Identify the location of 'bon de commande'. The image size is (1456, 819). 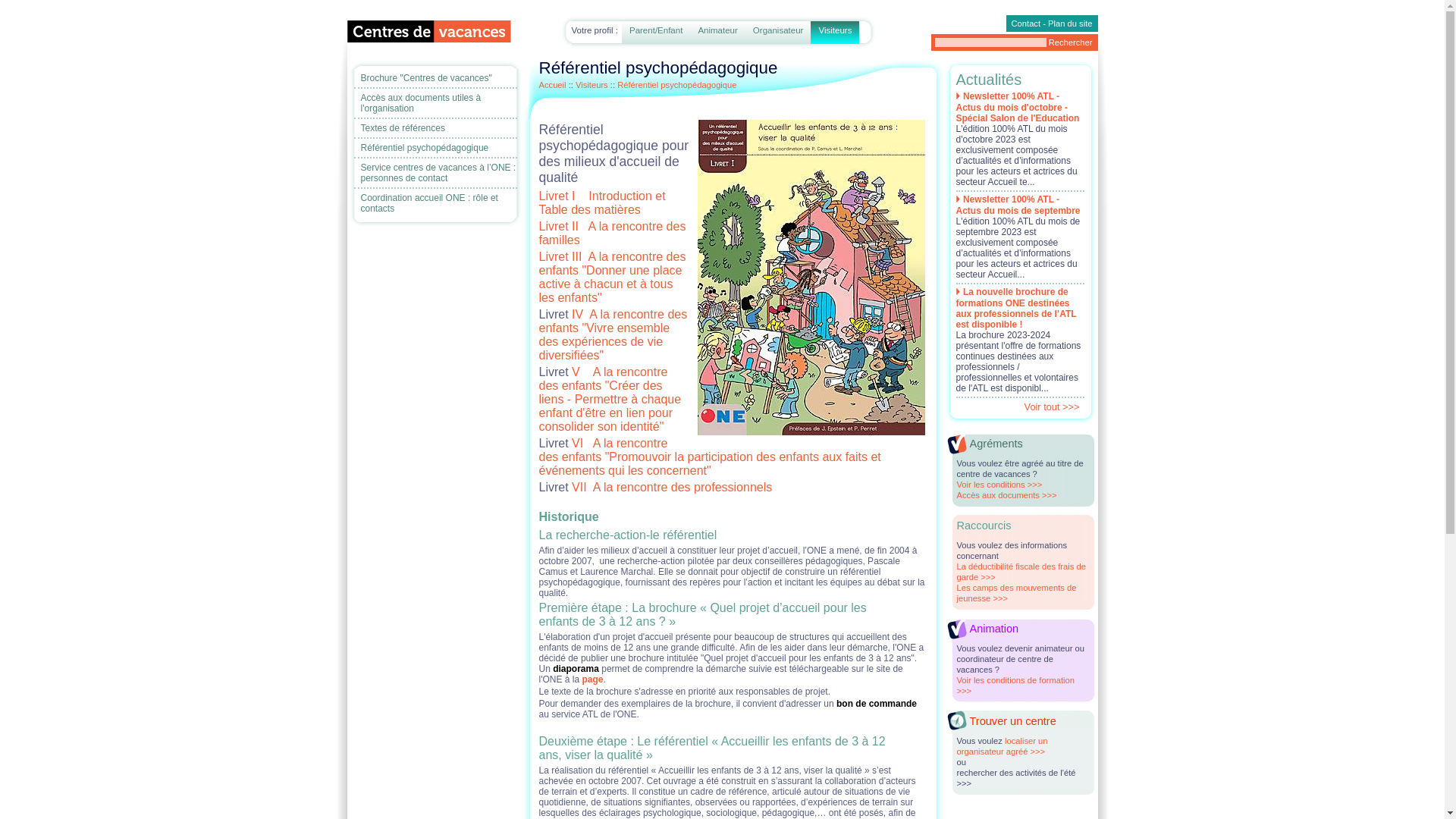
(877, 704).